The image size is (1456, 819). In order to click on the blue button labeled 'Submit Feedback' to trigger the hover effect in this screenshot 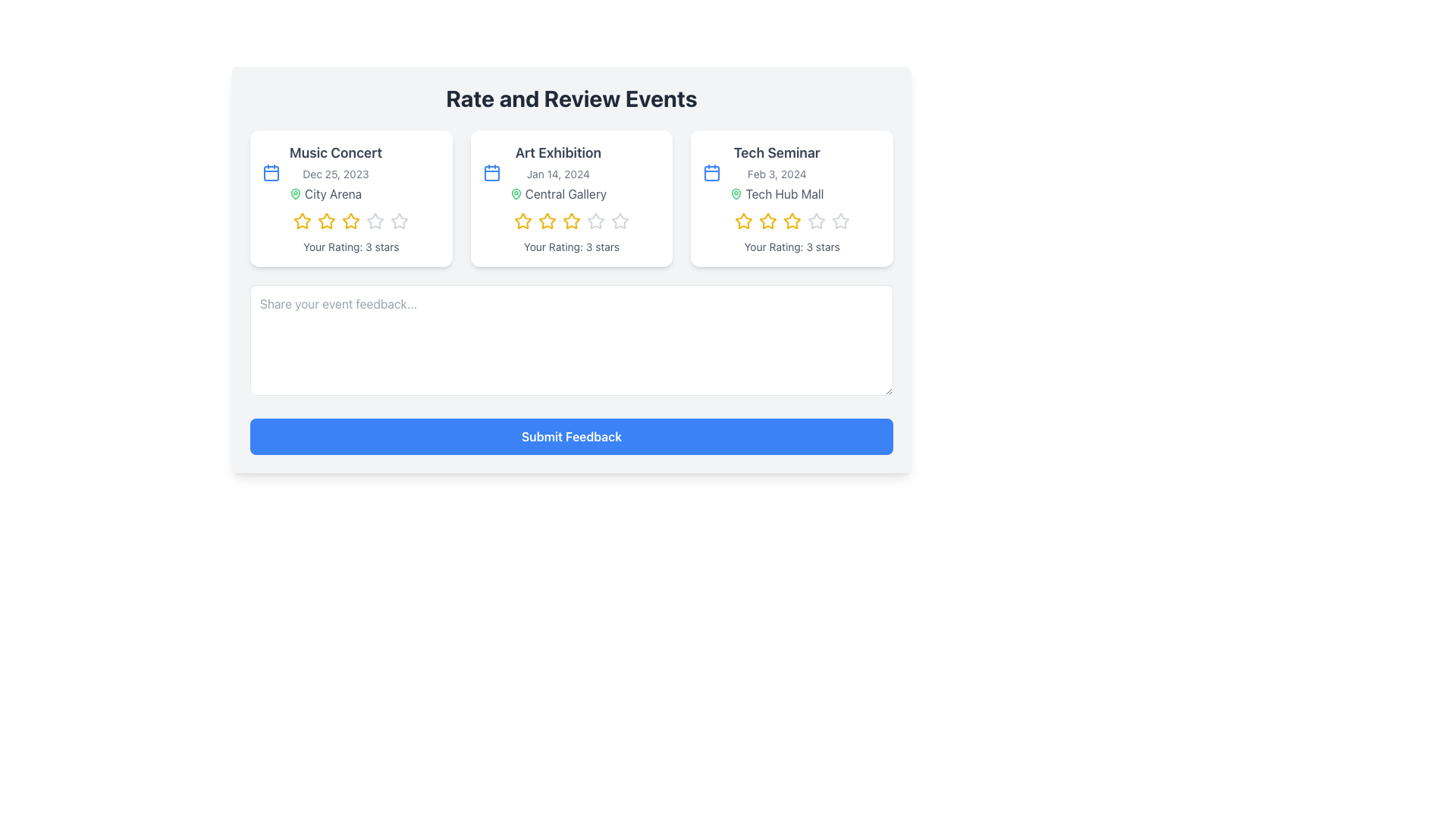, I will do `click(570, 436)`.